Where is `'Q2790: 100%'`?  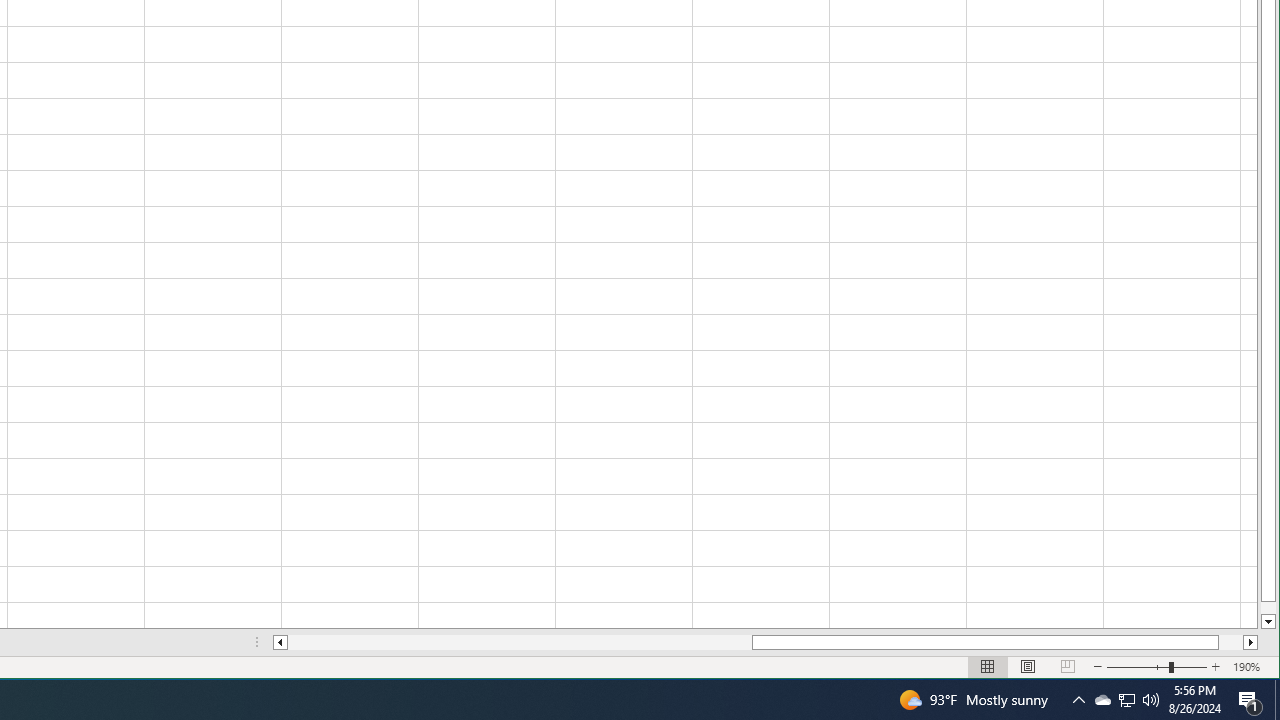
'Q2790: 100%' is located at coordinates (1127, 698).